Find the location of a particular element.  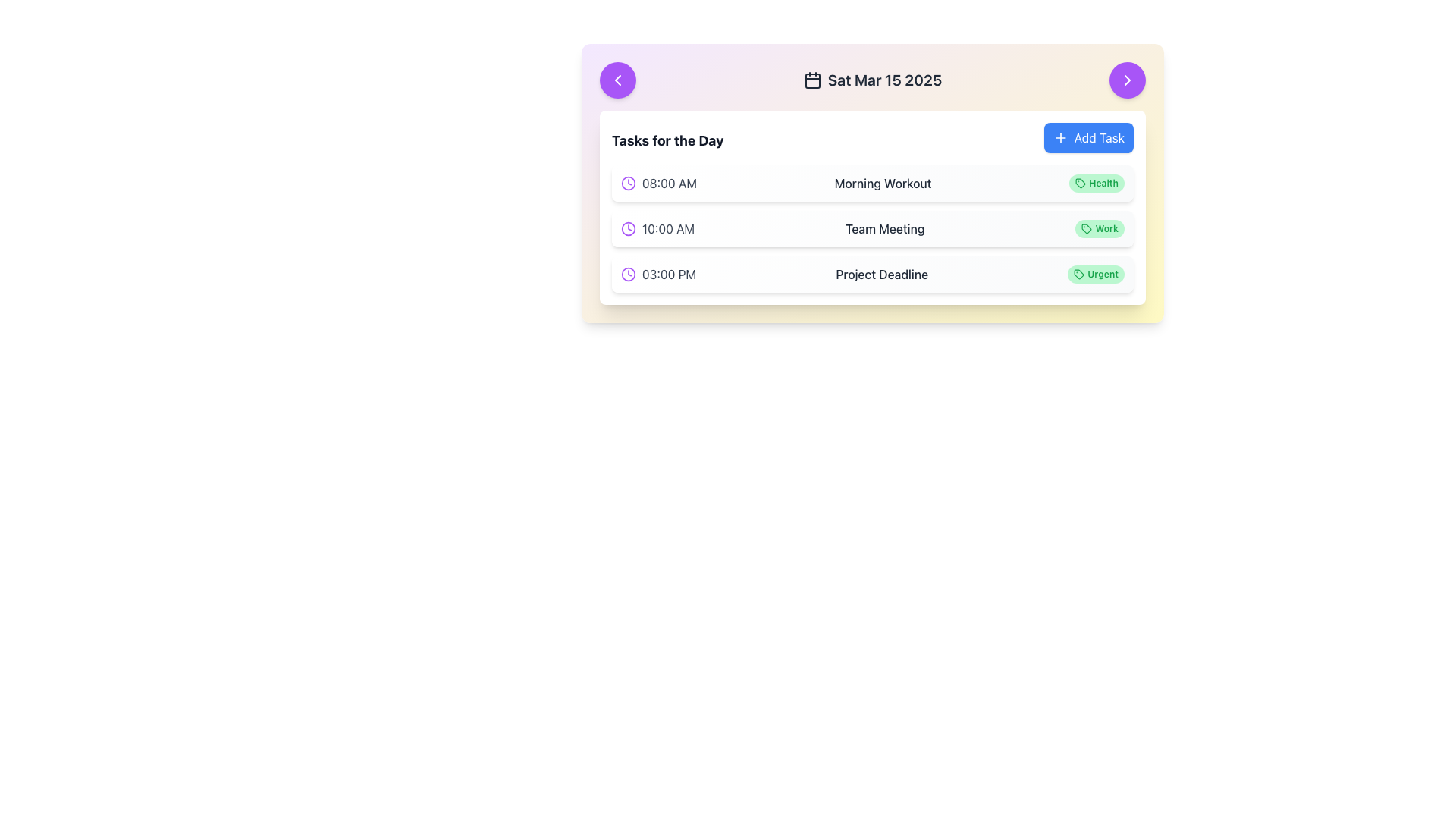

the icon representing the category or metadata associated with the 'Morning Workout' task, located in the top-right corner of the task entry is located at coordinates (1080, 183).